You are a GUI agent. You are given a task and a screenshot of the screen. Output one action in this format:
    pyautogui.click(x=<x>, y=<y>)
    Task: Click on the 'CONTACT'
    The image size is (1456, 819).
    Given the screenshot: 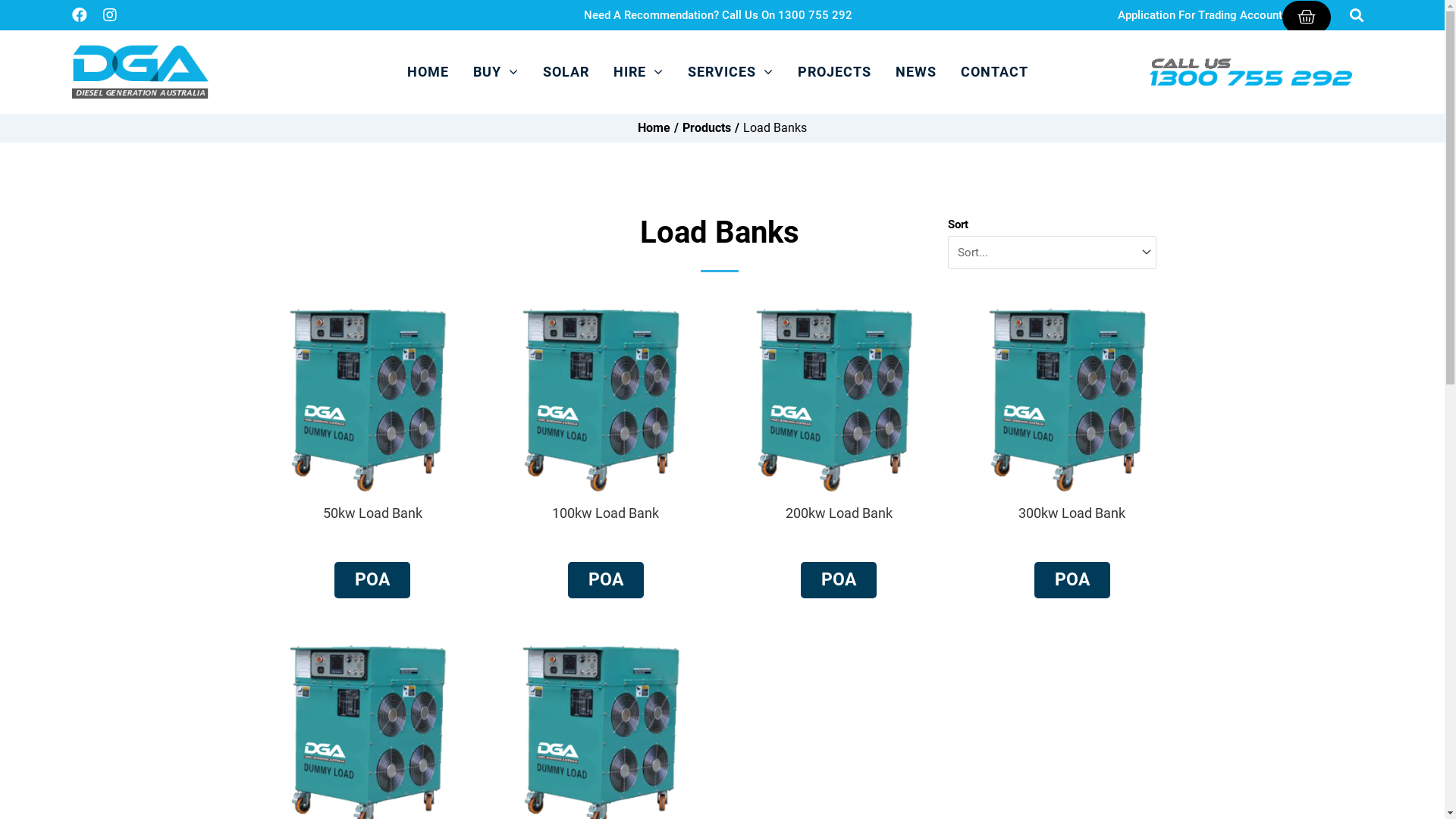 What is the action you would take?
    pyautogui.click(x=994, y=72)
    